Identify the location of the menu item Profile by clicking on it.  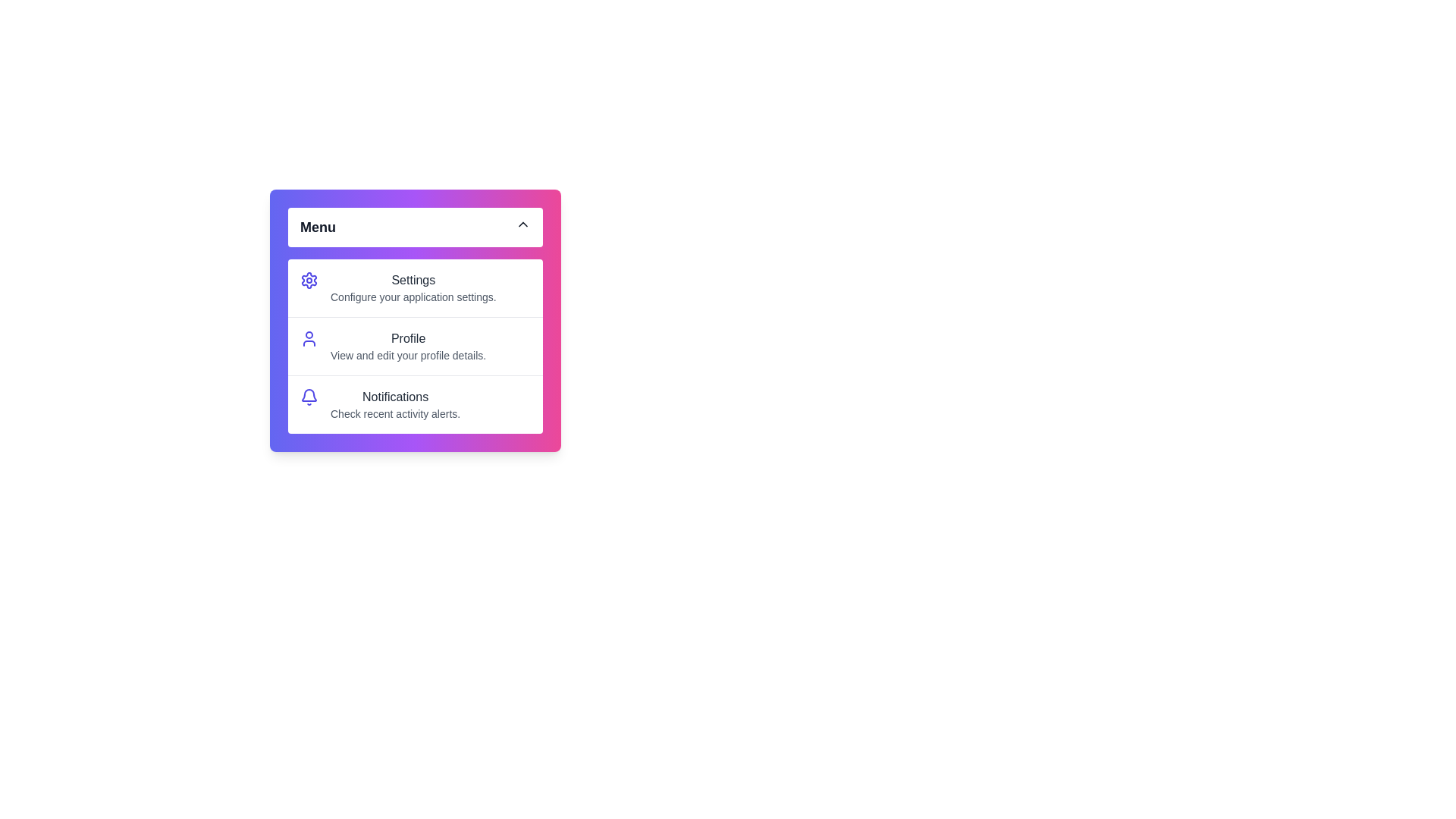
(415, 346).